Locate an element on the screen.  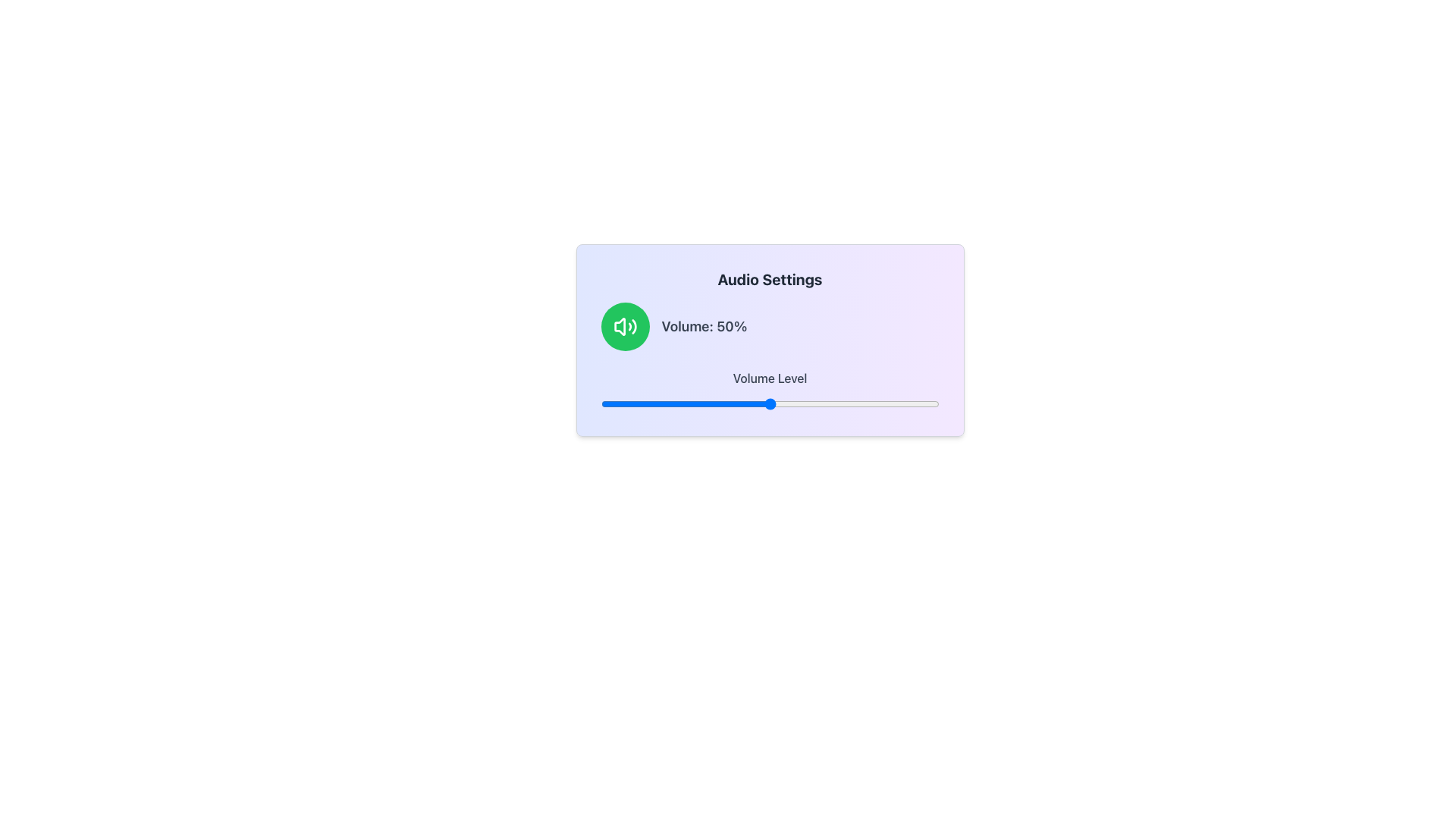
volume level is located at coordinates (840, 403).